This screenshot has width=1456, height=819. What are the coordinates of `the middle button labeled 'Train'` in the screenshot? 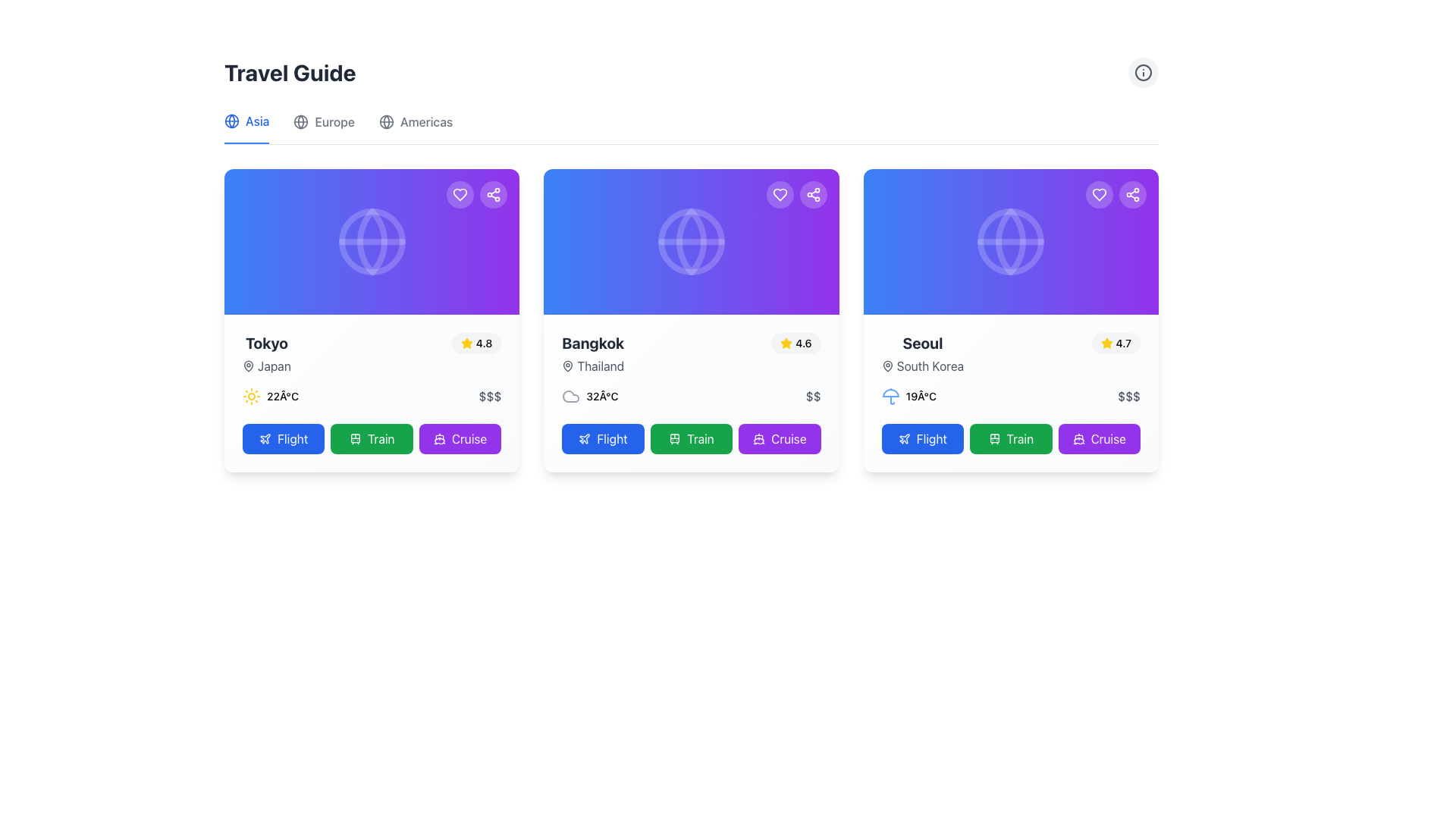 It's located at (1011, 438).